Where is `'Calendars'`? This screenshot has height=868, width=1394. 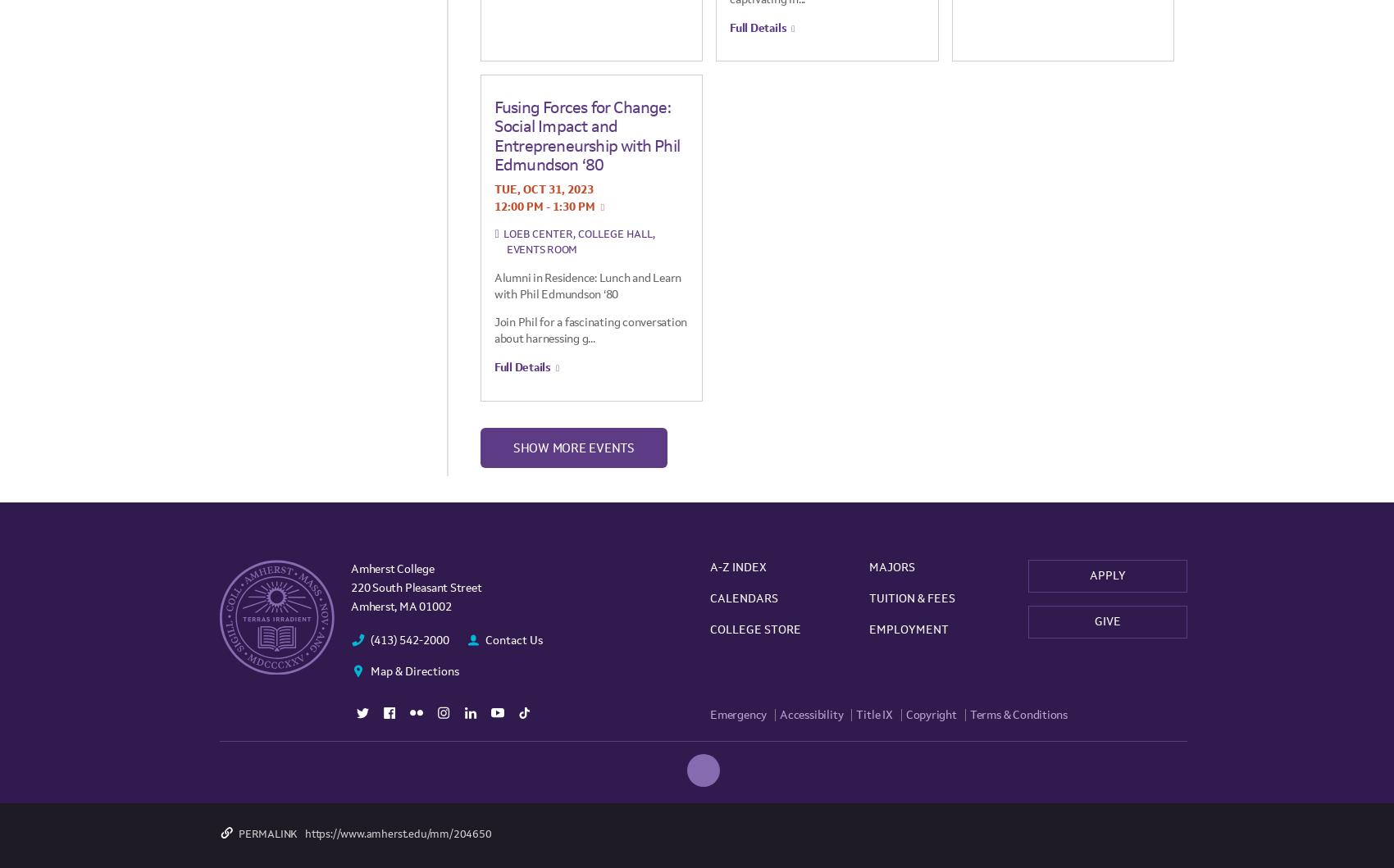
'Calendars' is located at coordinates (744, 598).